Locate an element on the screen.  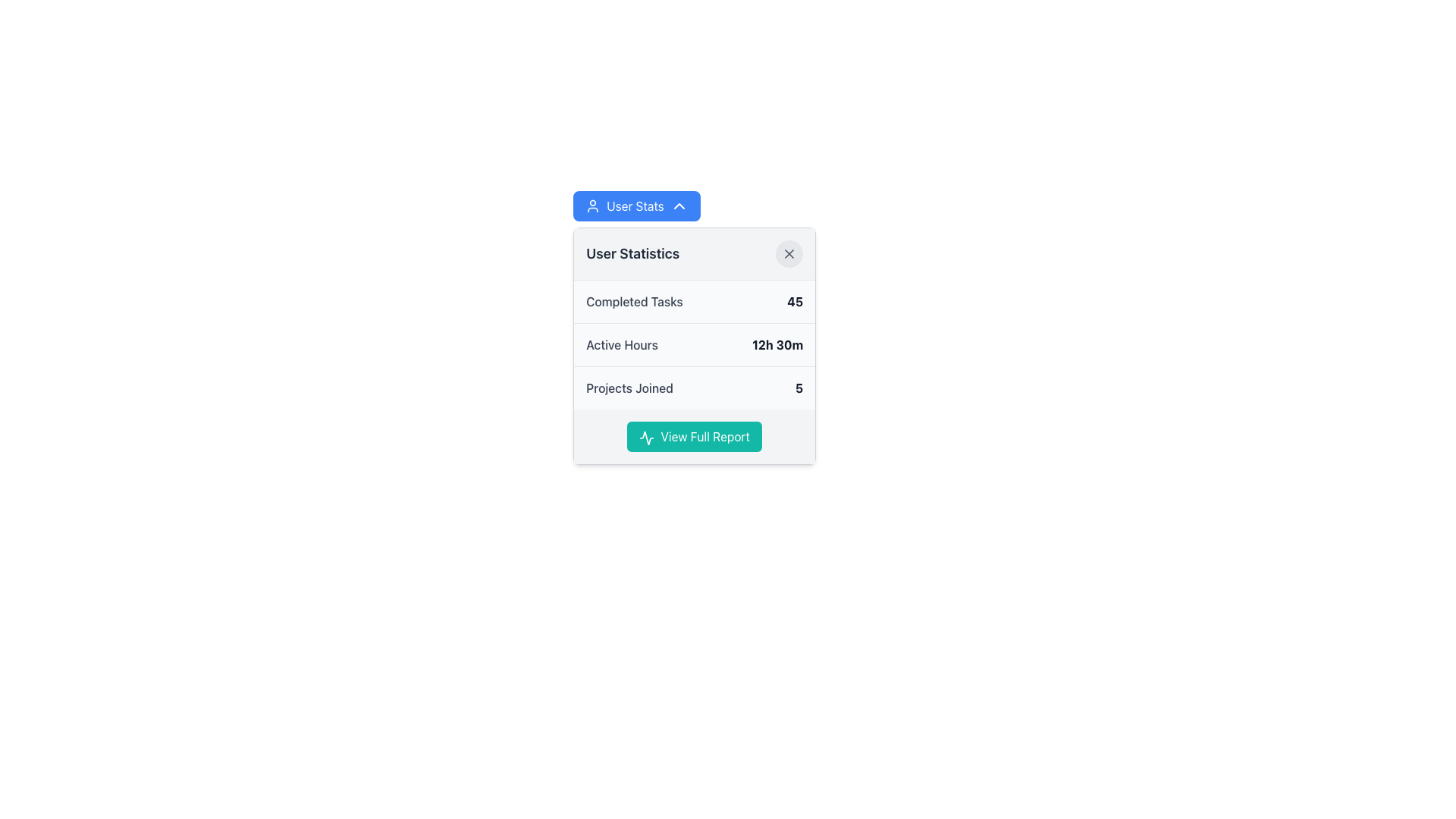
the waveform icon located to the left of the 'View Full Report' button, which is teal and styled minimally, positioned at the left edge of the button's text is located at coordinates (647, 438).